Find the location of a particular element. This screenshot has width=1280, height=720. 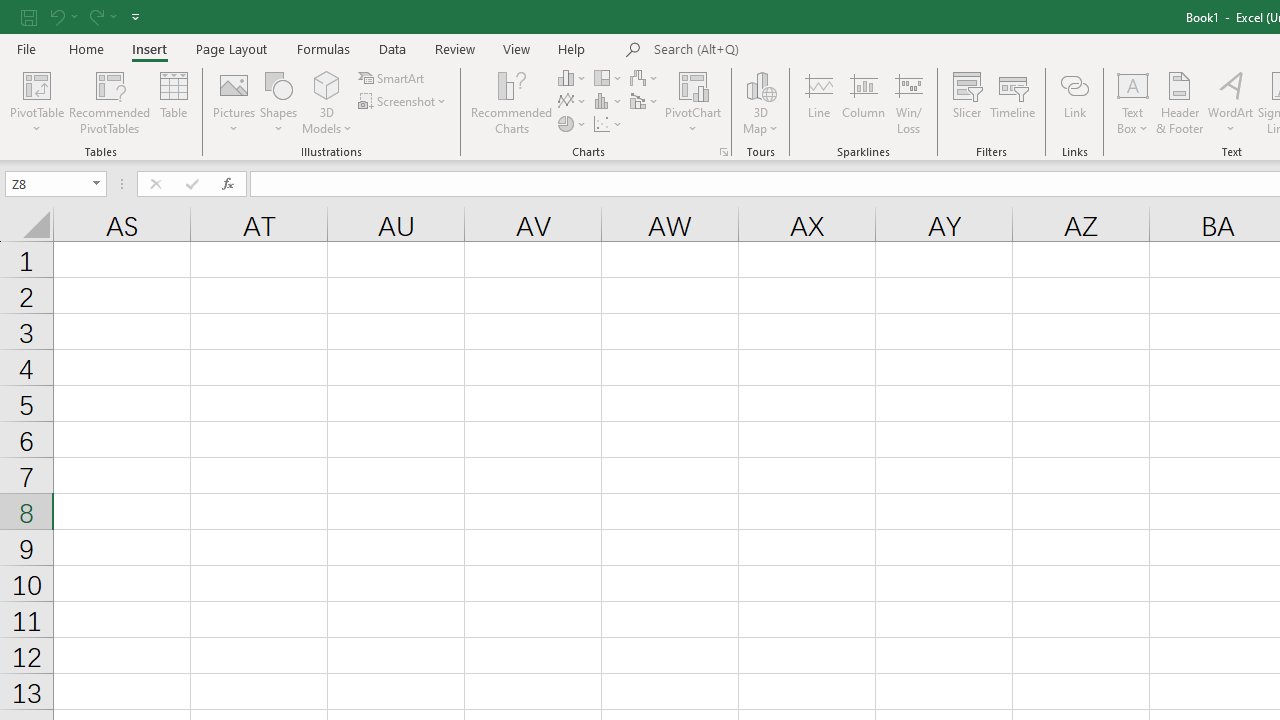

'Review' is located at coordinates (454, 48).